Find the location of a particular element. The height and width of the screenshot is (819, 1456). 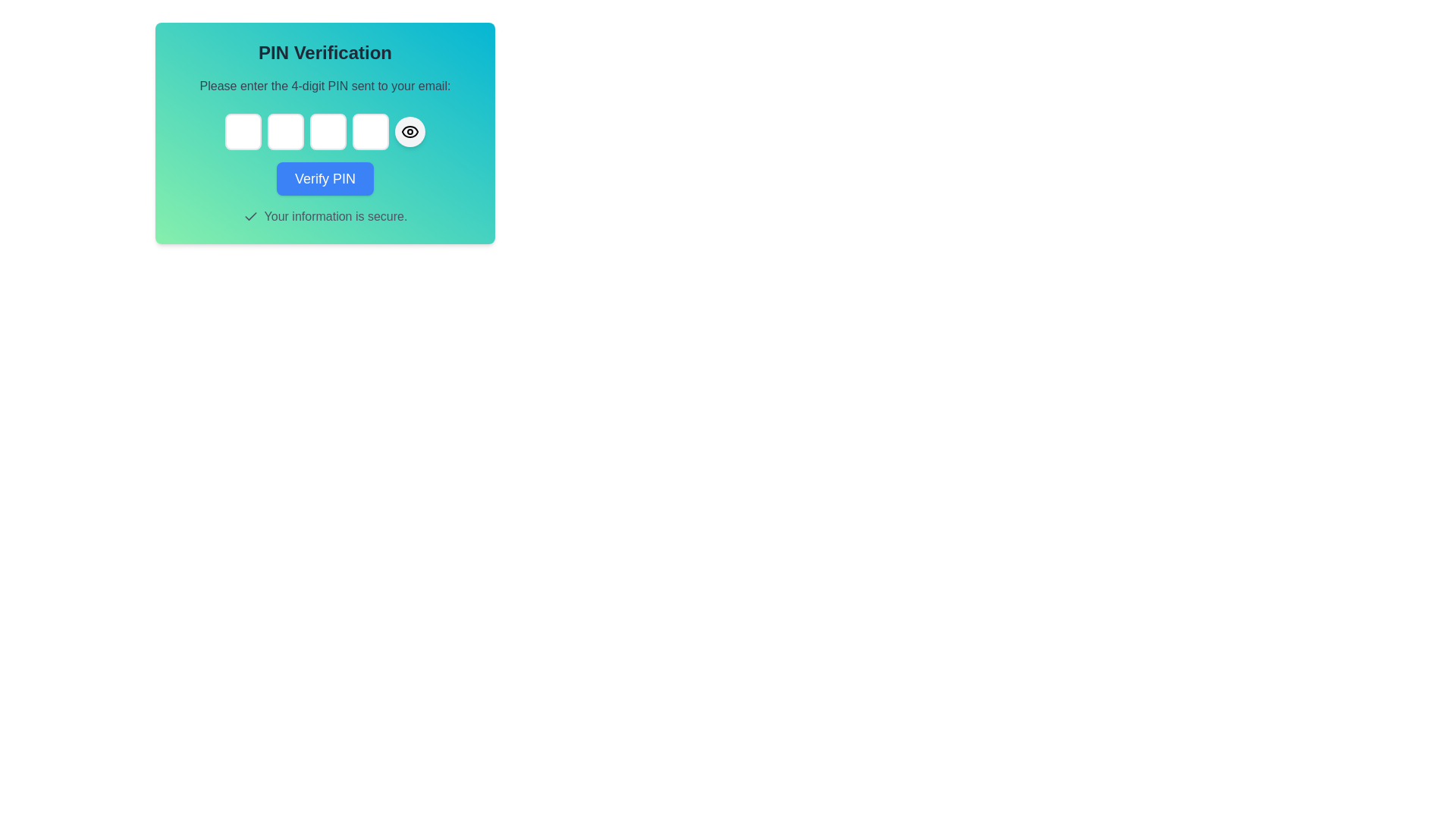

the visibility toggle IconButton located to the right of the PIN input fields is located at coordinates (410, 130).